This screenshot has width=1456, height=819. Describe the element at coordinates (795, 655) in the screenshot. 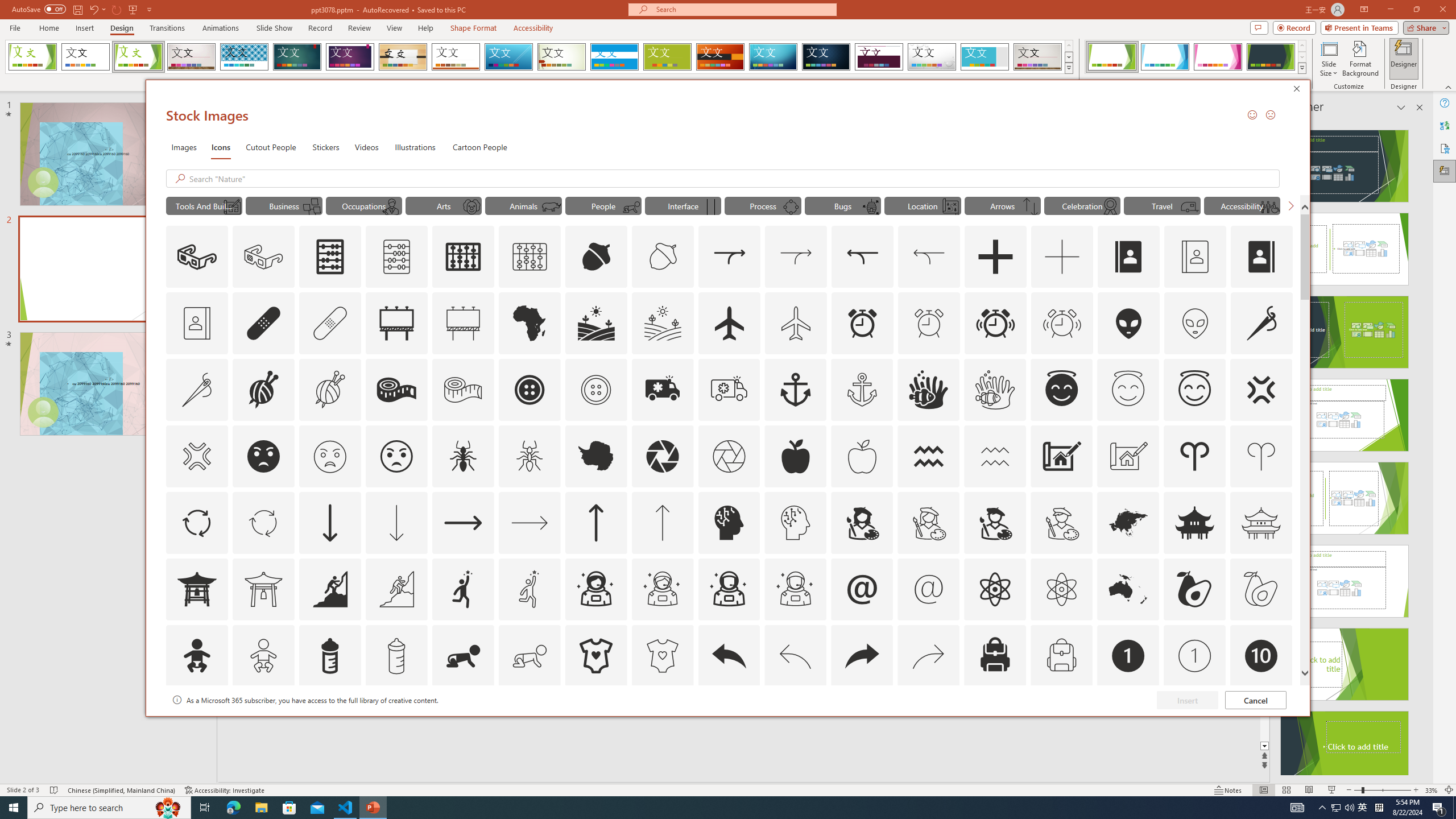

I see `'AutomationID: Icons_Back_LTR_M'` at that location.